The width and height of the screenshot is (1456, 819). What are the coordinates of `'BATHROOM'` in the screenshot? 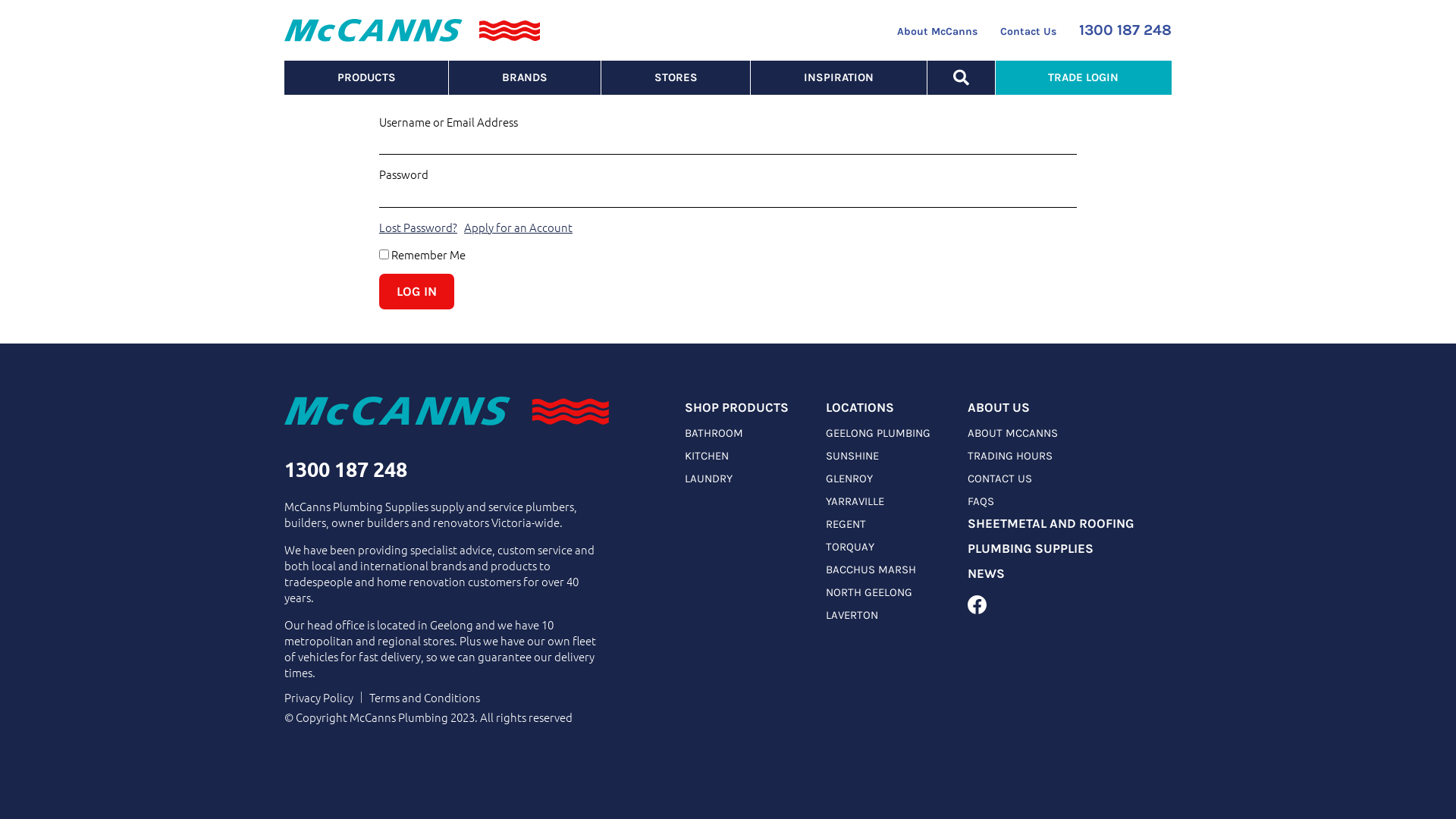 It's located at (713, 432).